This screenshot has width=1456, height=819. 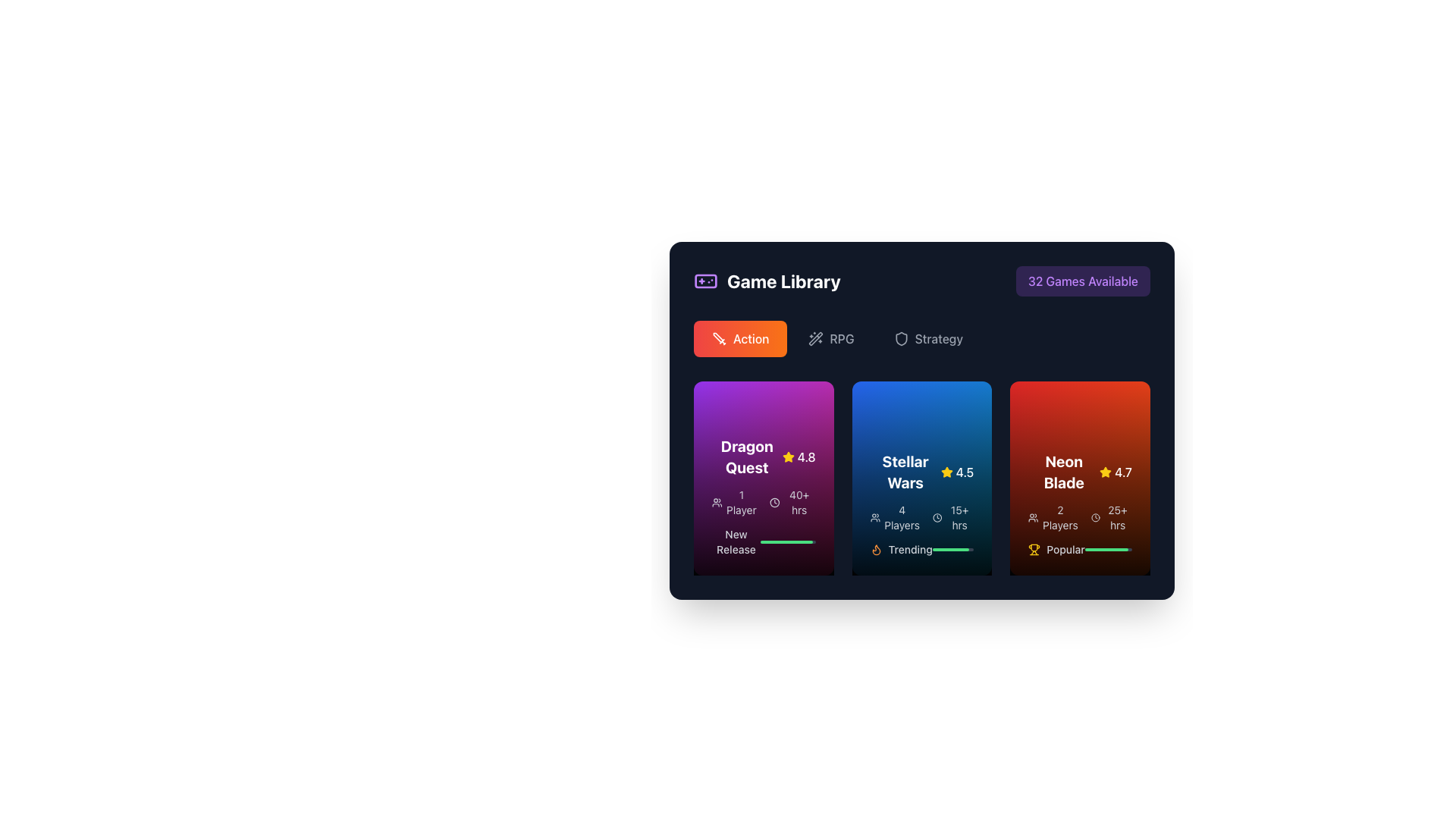 What do you see at coordinates (747, 456) in the screenshot?
I see `the 'Dragon Quest' text label, which is styled in bold and white color` at bounding box center [747, 456].